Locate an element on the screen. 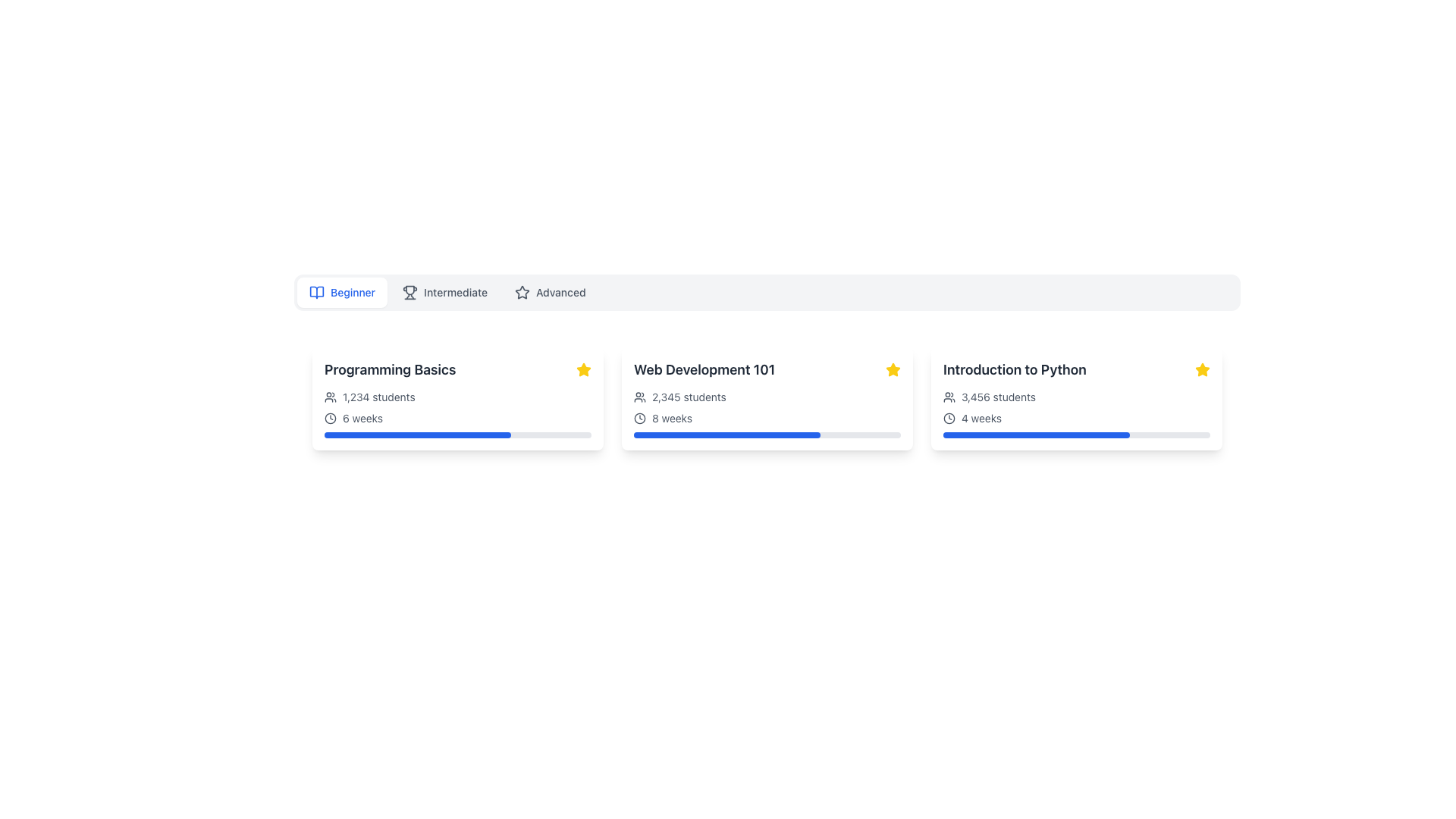 This screenshot has height=819, width=1456. the open book icon, which is the first icon on the left in the horizontal navigation menu at the top-center of the webpage is located at coordinates (315, 292).